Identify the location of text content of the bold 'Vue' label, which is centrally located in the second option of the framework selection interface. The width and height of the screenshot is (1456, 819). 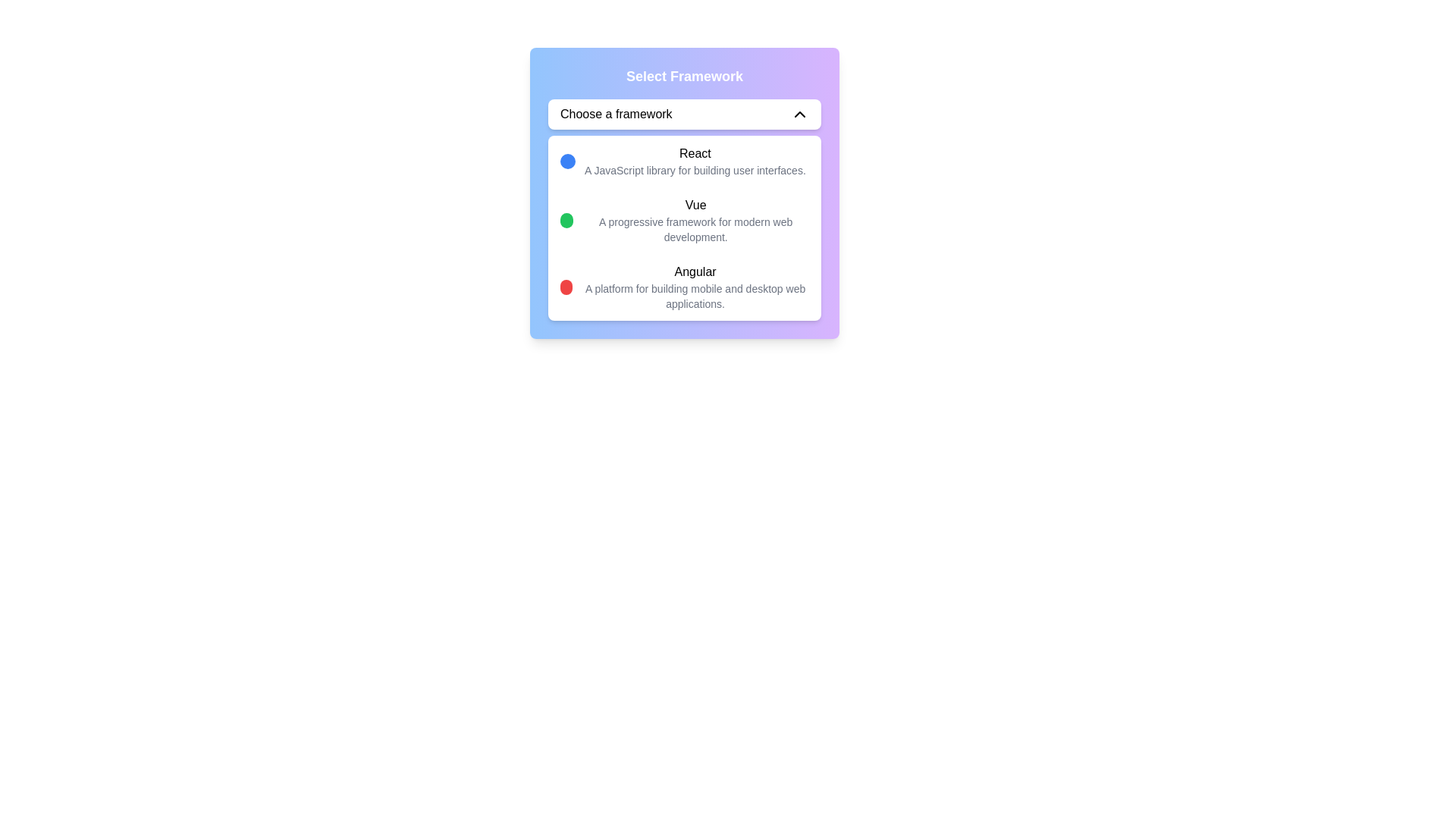
(695, 205).